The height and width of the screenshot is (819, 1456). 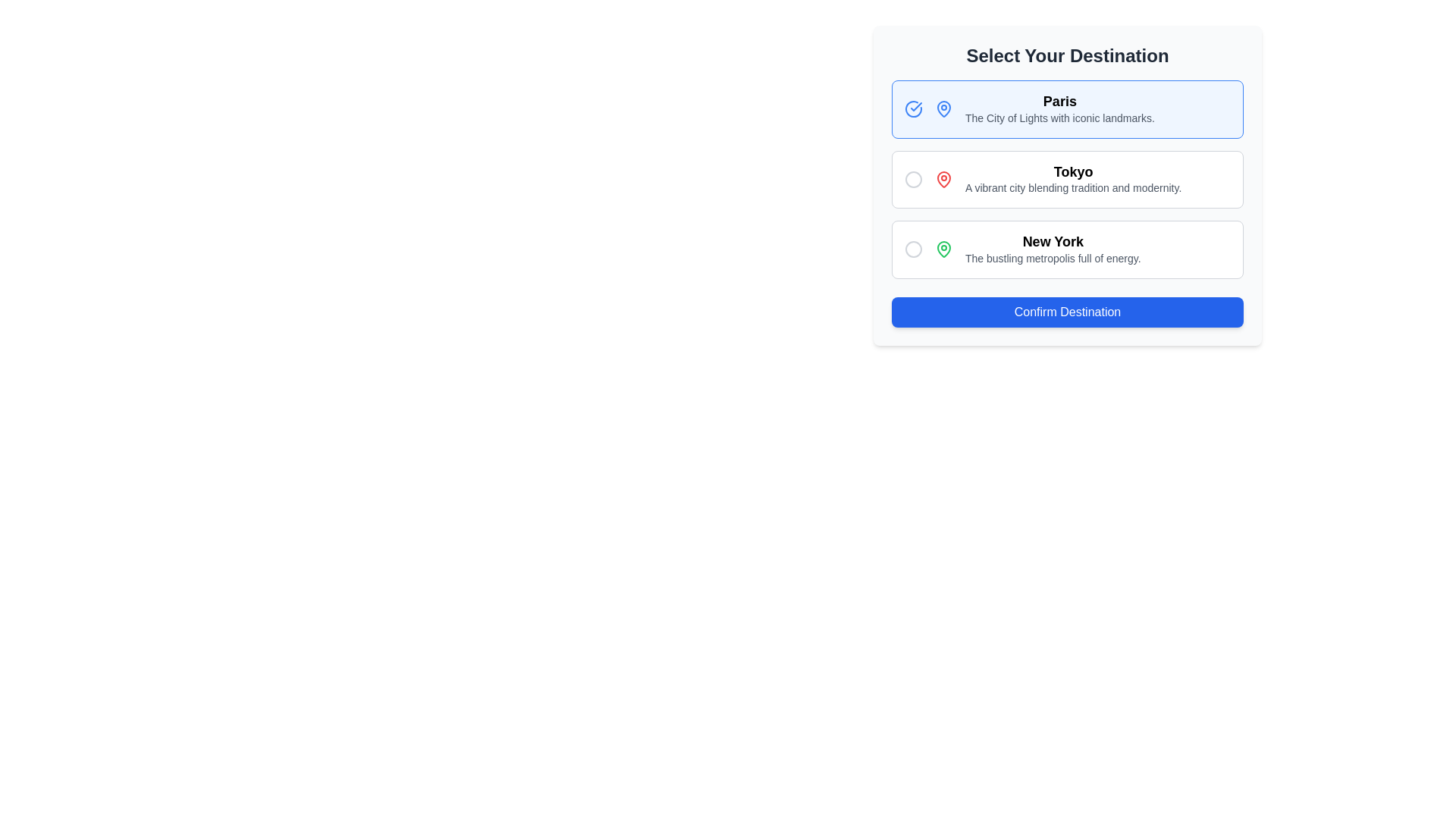 I want to click on the red map pin icon representing the destination 'Tokyo' in the destination selector component, so click(x=943, y=178).